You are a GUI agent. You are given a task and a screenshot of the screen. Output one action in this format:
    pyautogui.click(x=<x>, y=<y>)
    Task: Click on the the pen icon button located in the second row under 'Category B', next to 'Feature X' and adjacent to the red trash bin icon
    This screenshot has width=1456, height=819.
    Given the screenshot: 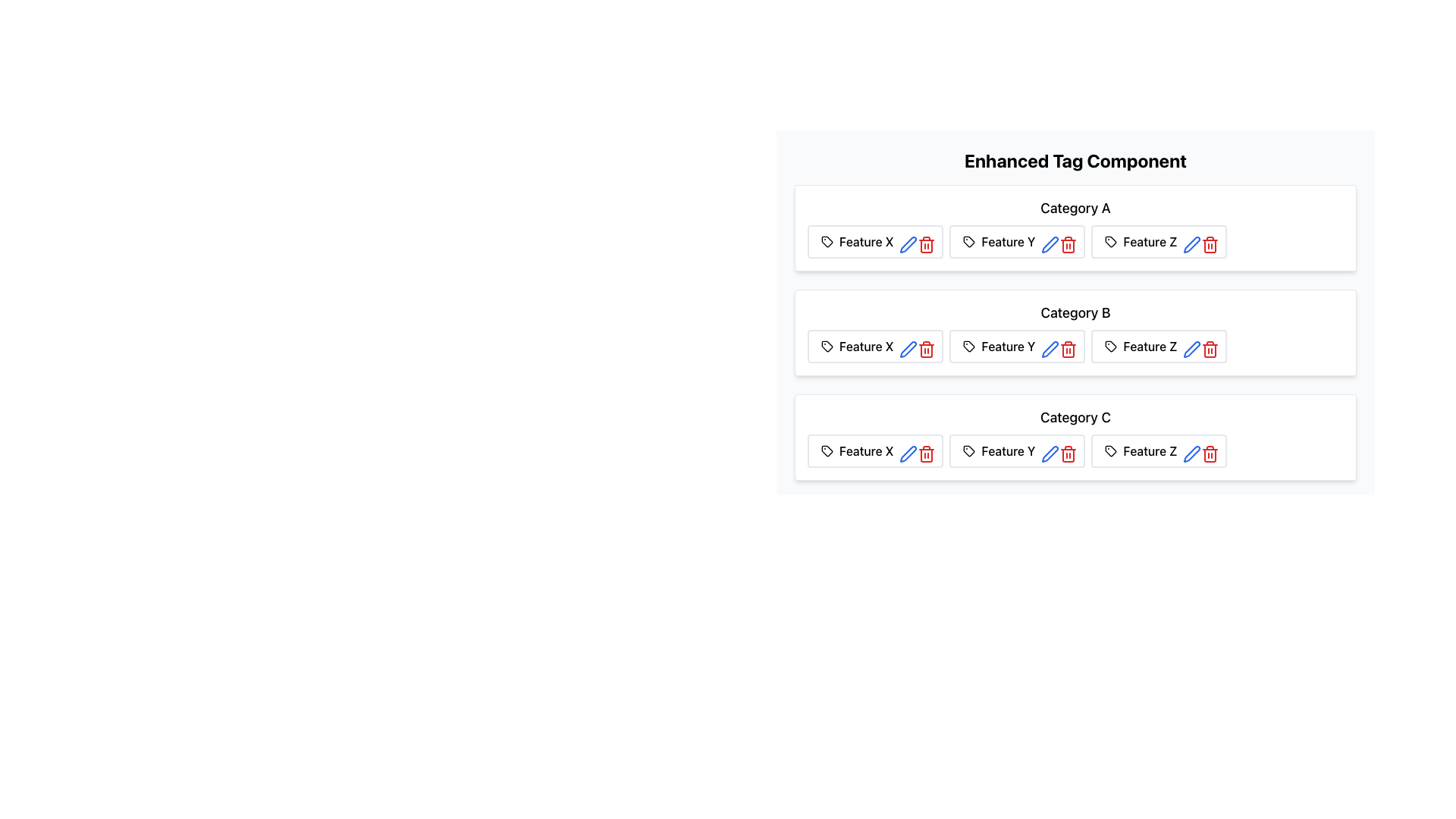 What is the action you would take?
    pyautogui.click(x=908, y=350)
    